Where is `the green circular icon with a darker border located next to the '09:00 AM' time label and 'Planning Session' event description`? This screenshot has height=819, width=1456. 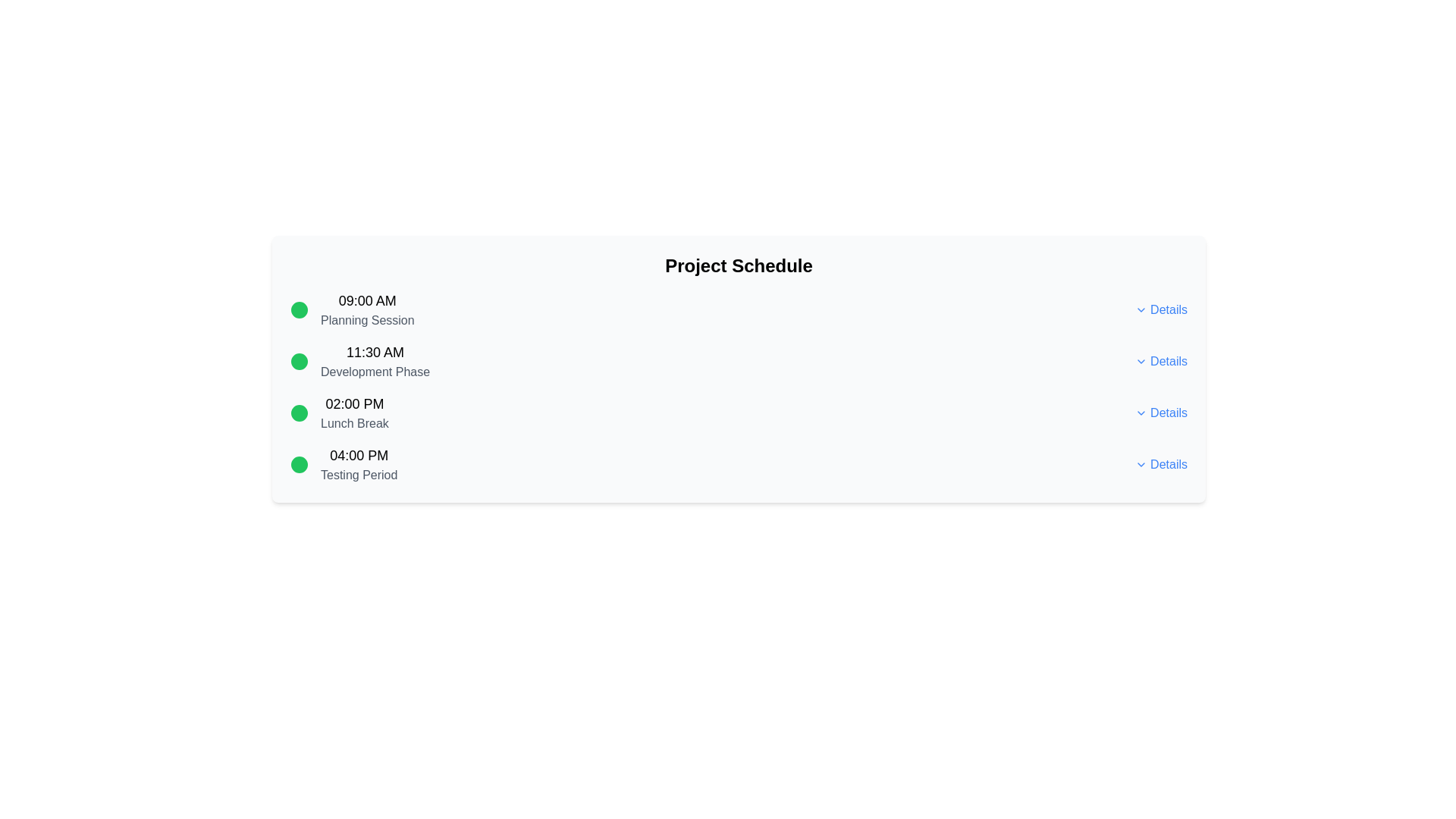 the green circular icon with a darker border located next to the '09:00 AM' time label and 'Planning Session' event description is located at coordinates (299, 309).